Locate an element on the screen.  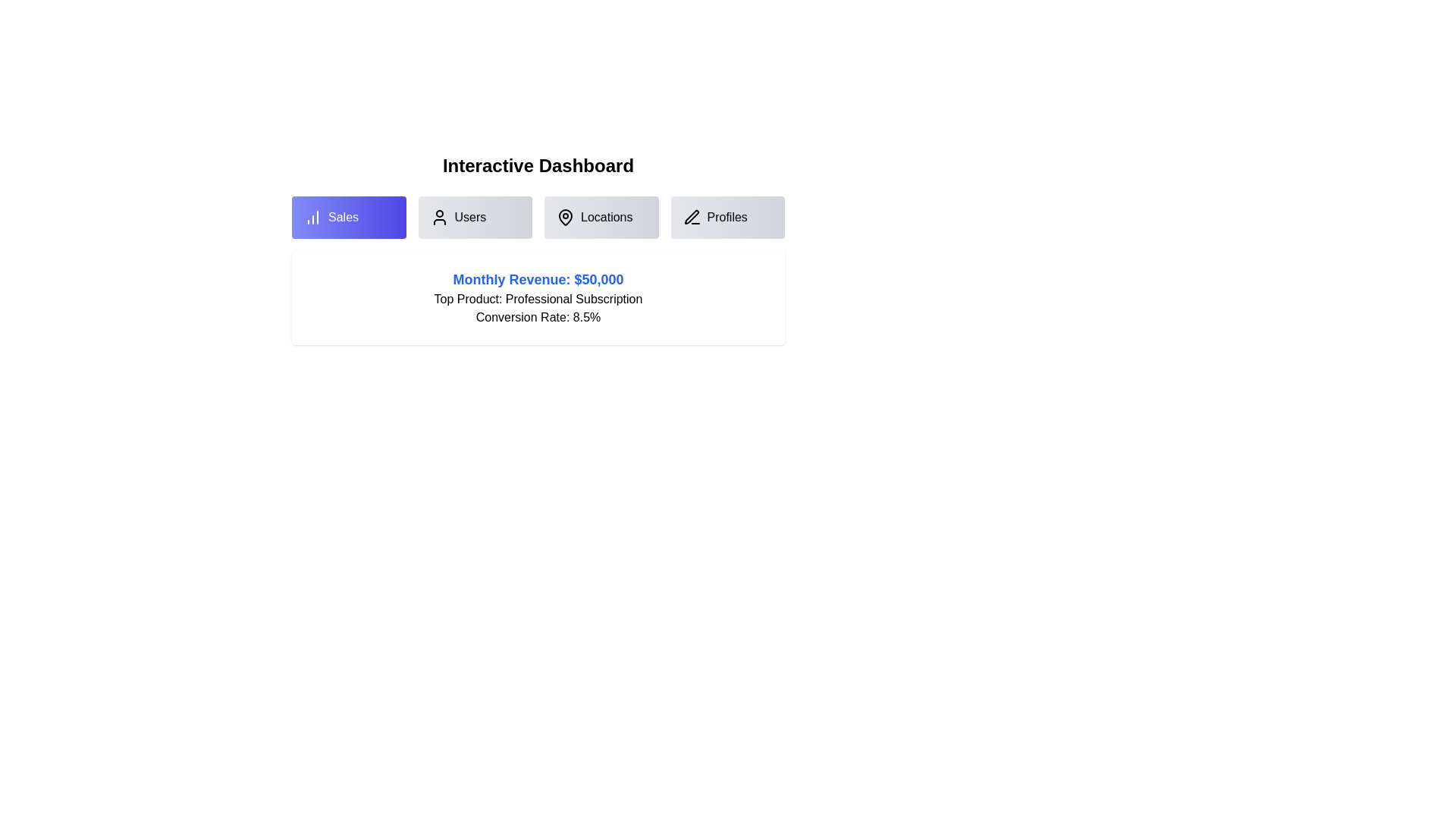
the location icon centered within the 'Locations' button, which is the third button from the left below the 'Interactive Dashboard' heading is located at coordinates (564, 217).